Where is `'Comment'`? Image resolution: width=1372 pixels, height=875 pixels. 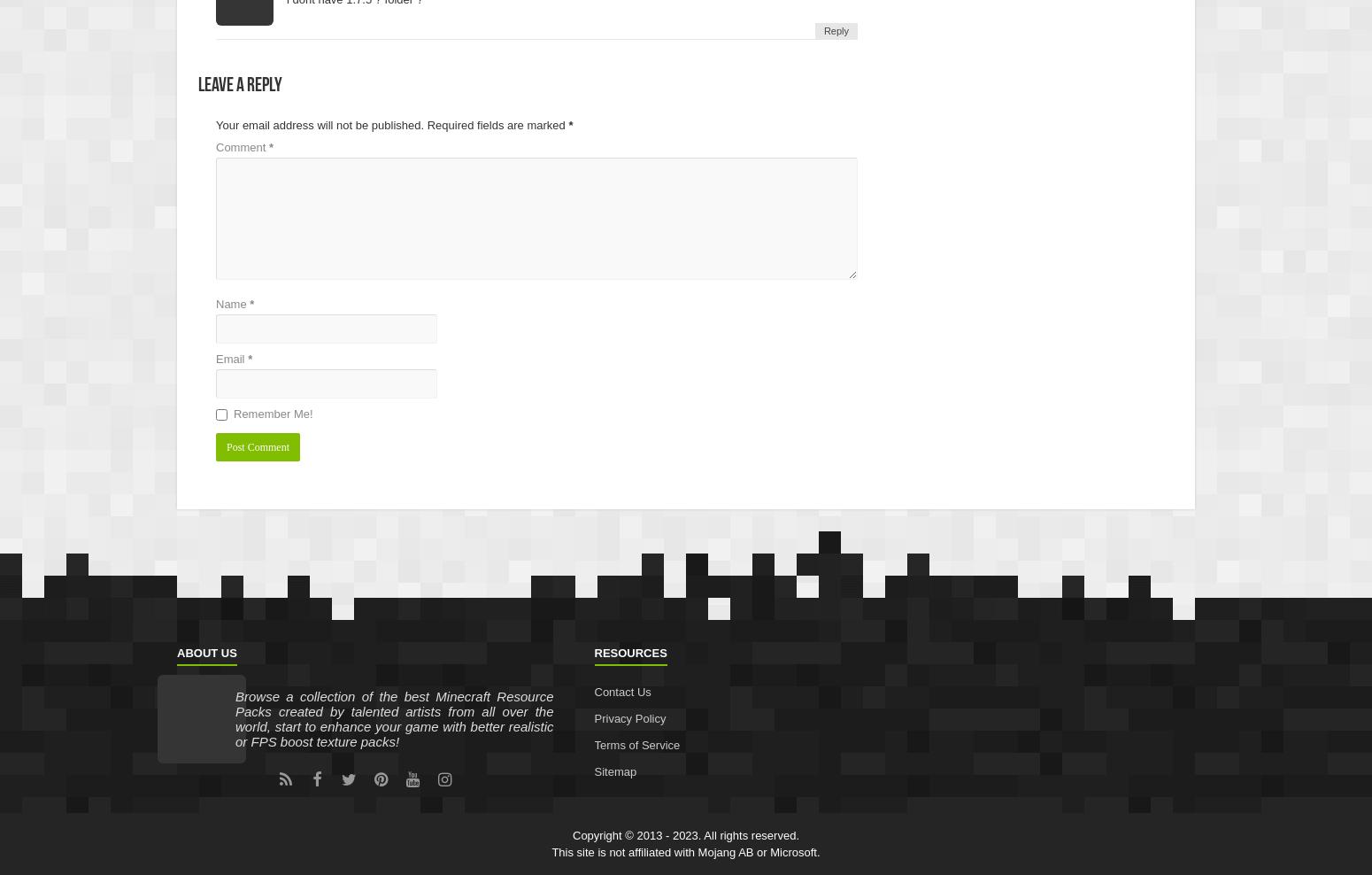
'Comment' is located at coordinates (242, 145).